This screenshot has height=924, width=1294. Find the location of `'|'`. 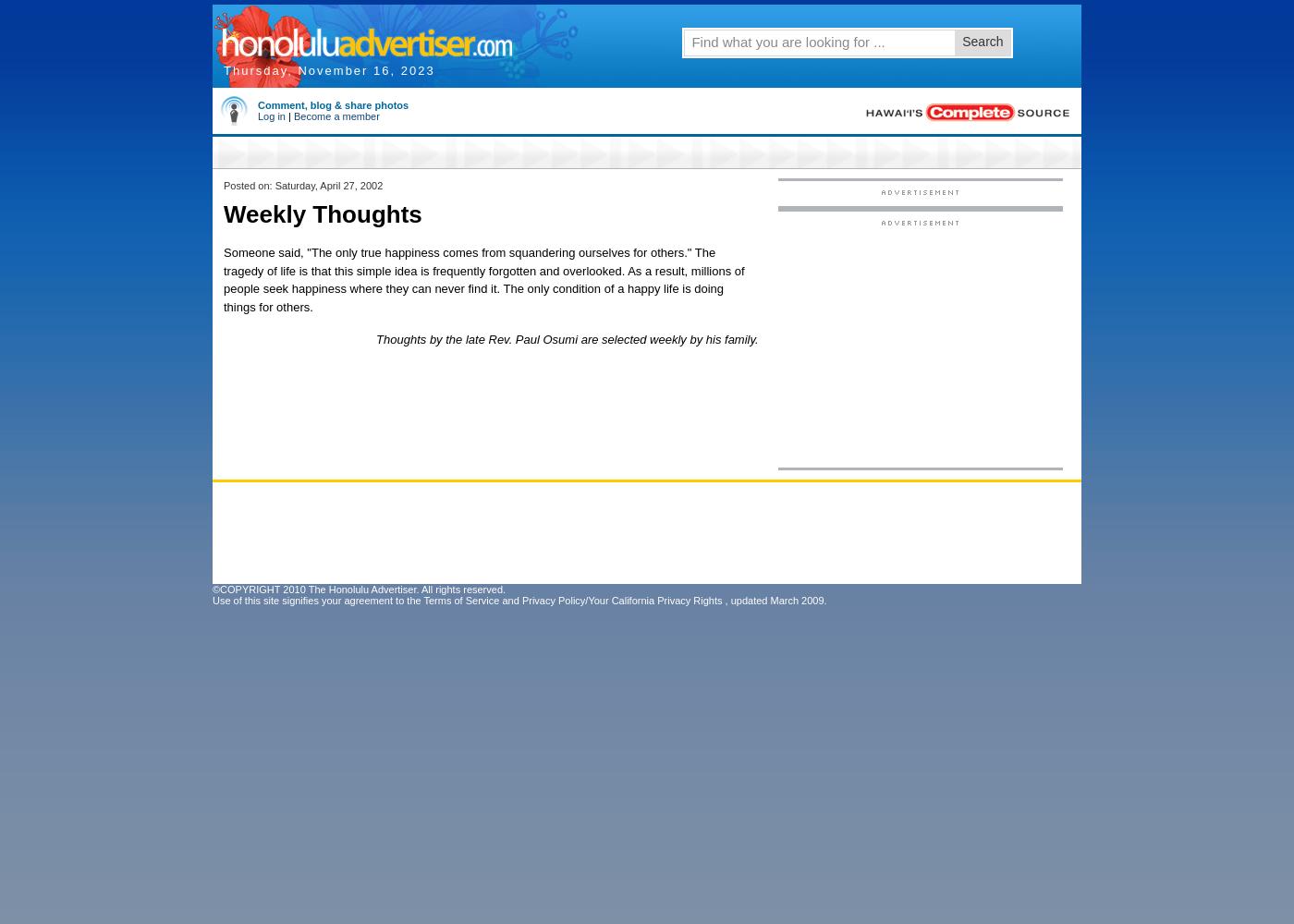

'|' is located at coordinates (288, 116).